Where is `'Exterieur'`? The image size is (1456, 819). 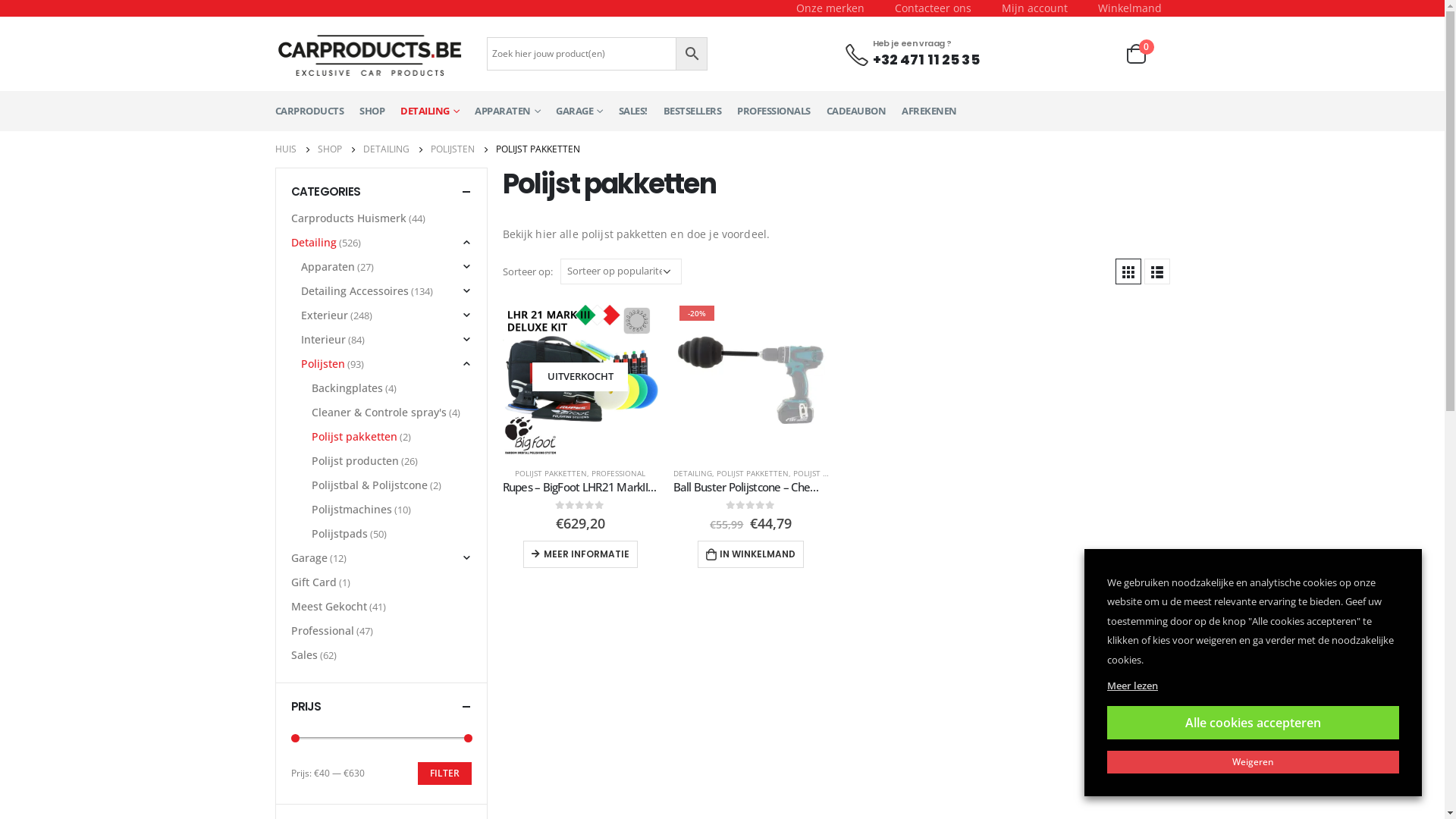 'Exterieur' is located at coordinates (323, 315).